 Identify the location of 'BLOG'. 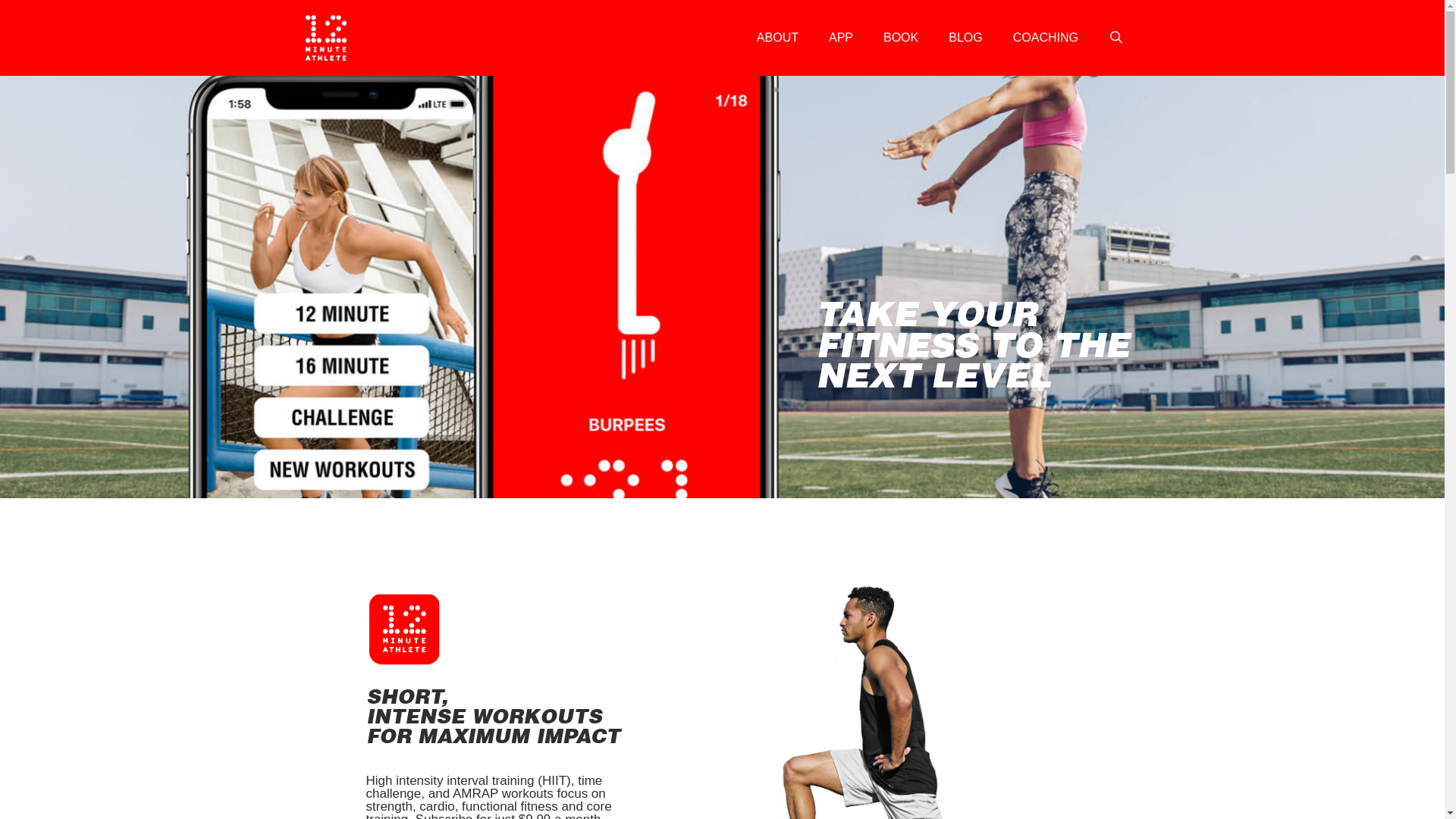
(964, 37).